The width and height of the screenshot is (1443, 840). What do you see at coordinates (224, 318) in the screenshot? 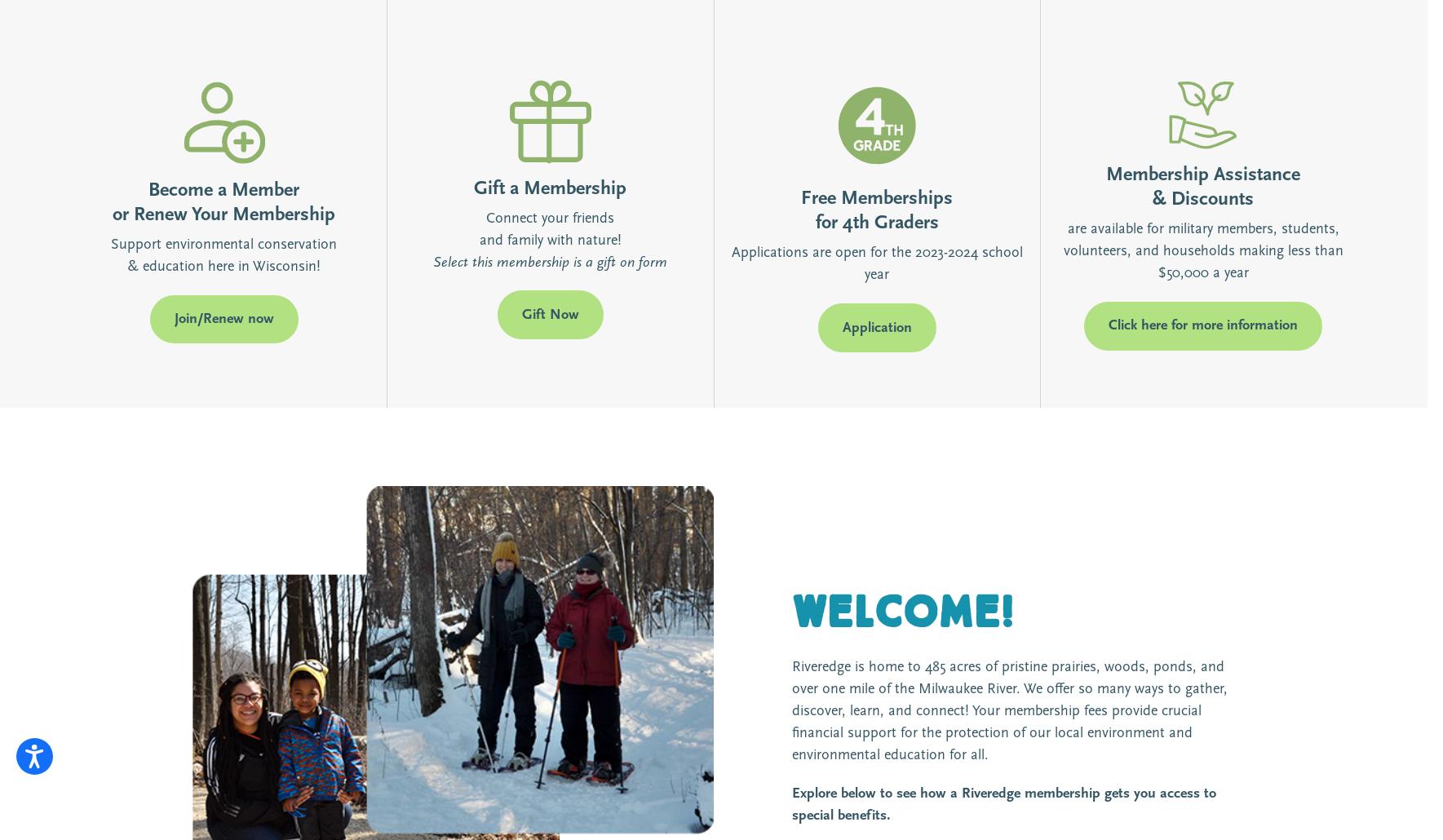
I see `'Join/Renew now'` at bounding box center [224, 318].